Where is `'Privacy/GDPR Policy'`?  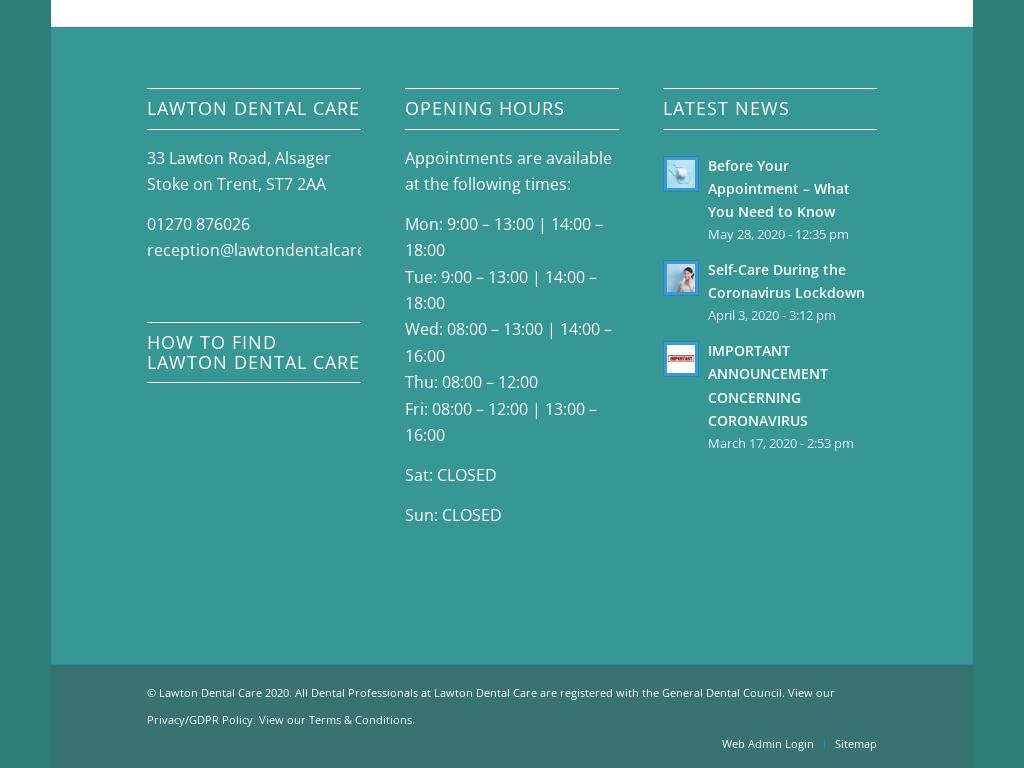 'Privacy/GDPR Policy' is located at coordinates (199, 717).